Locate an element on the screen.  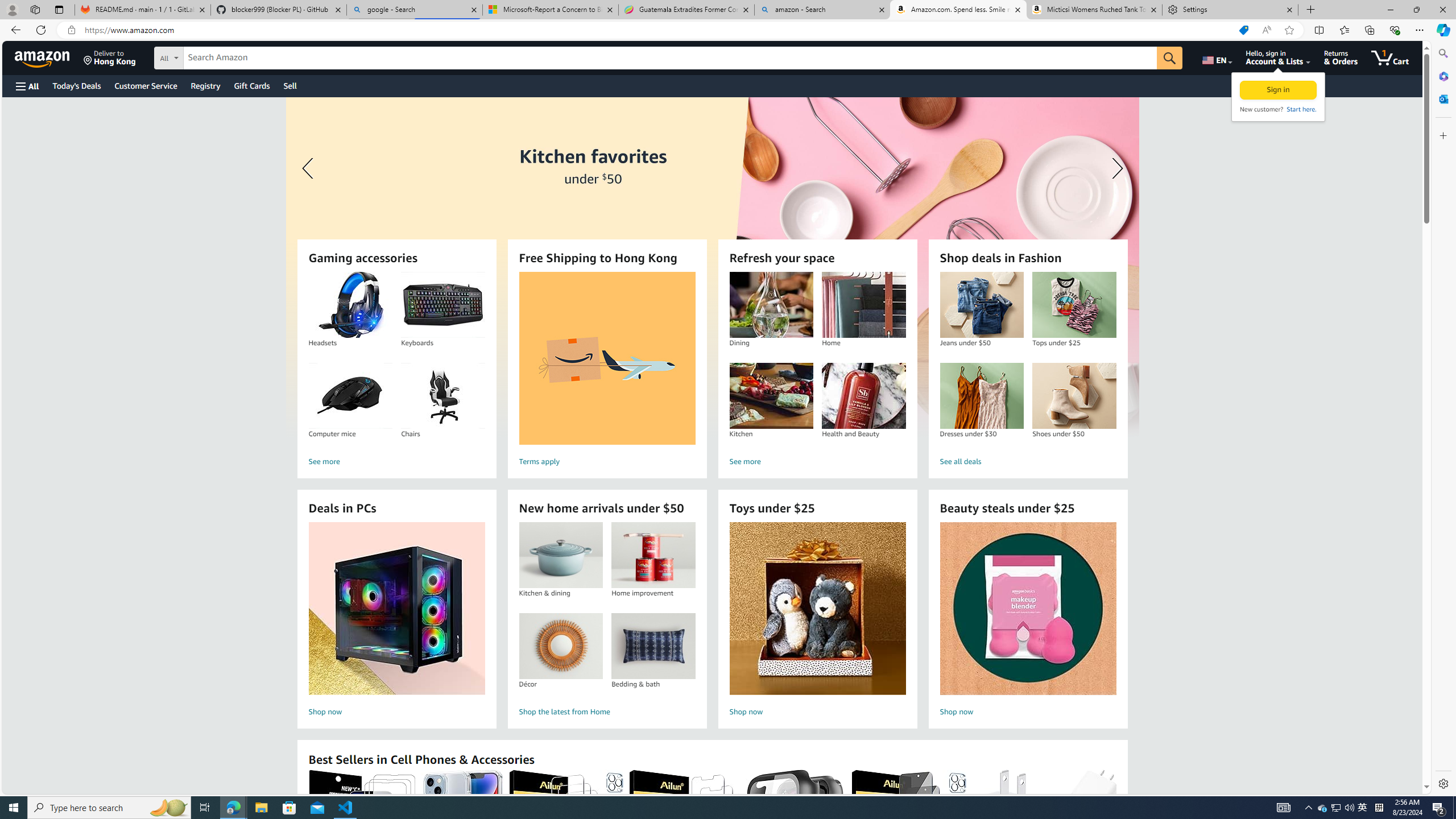
'google - Search' is located at coordinates (415, 9).